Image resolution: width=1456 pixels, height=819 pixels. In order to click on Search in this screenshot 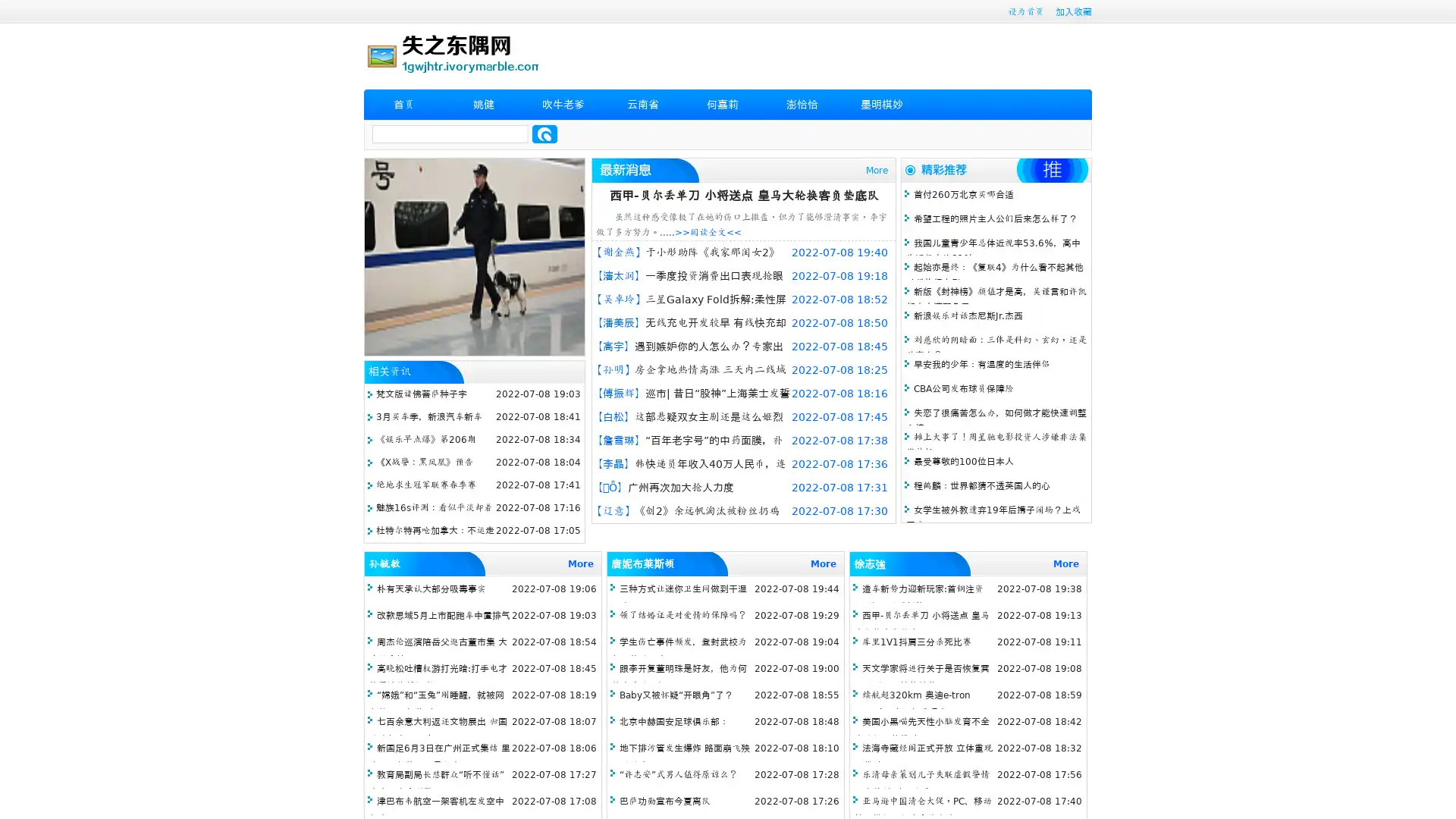, I will do `click(544, 133)`.